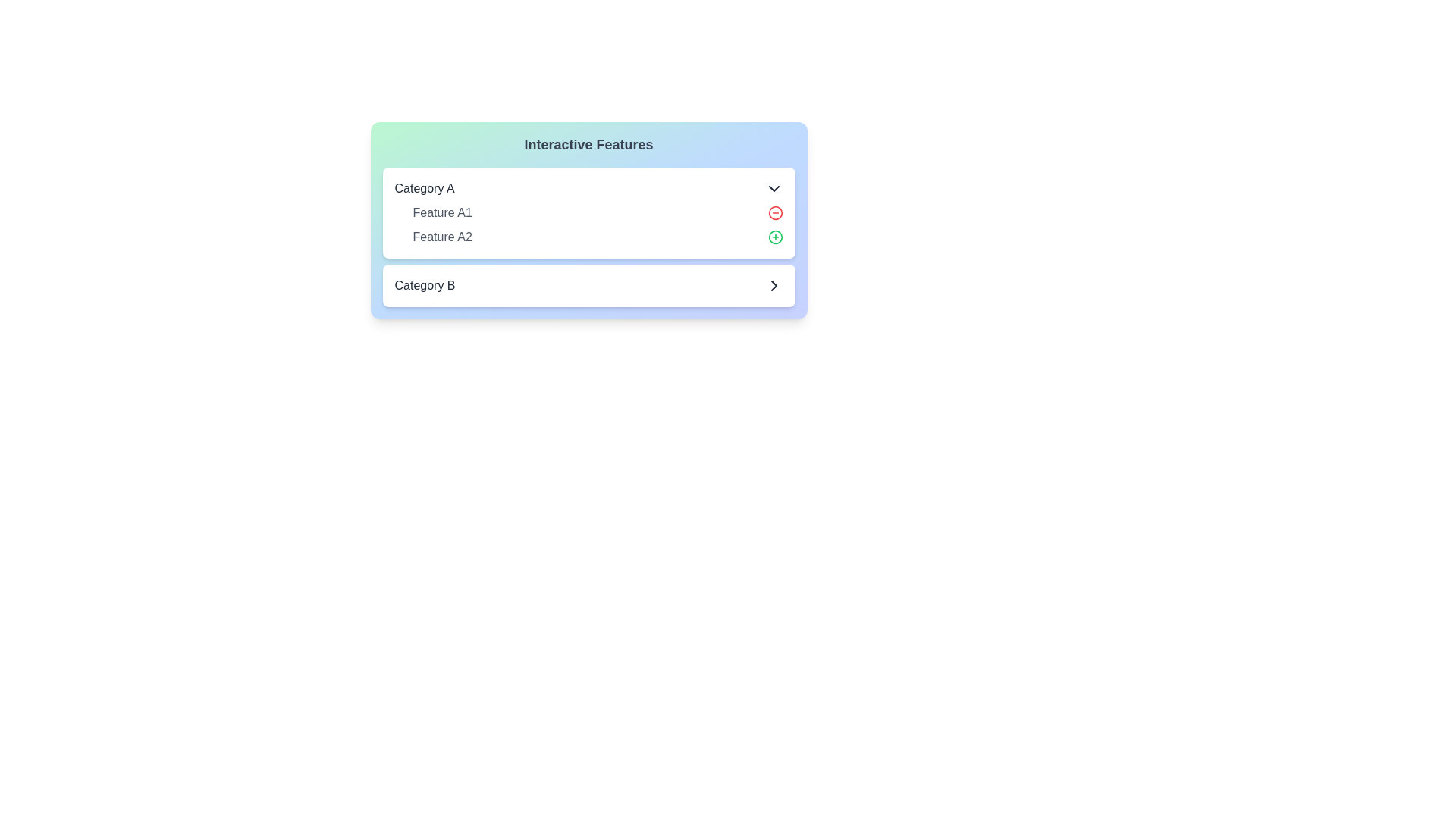 The width and height of the screenshot is (1456, 819). Describe the element at coordinates (775, 237) in the screenshot. I see `the circular vector graphic element located adjacent to the right-hand margin of the 'Feature A2' item in the dropdown list under 'Category A'` at that location.